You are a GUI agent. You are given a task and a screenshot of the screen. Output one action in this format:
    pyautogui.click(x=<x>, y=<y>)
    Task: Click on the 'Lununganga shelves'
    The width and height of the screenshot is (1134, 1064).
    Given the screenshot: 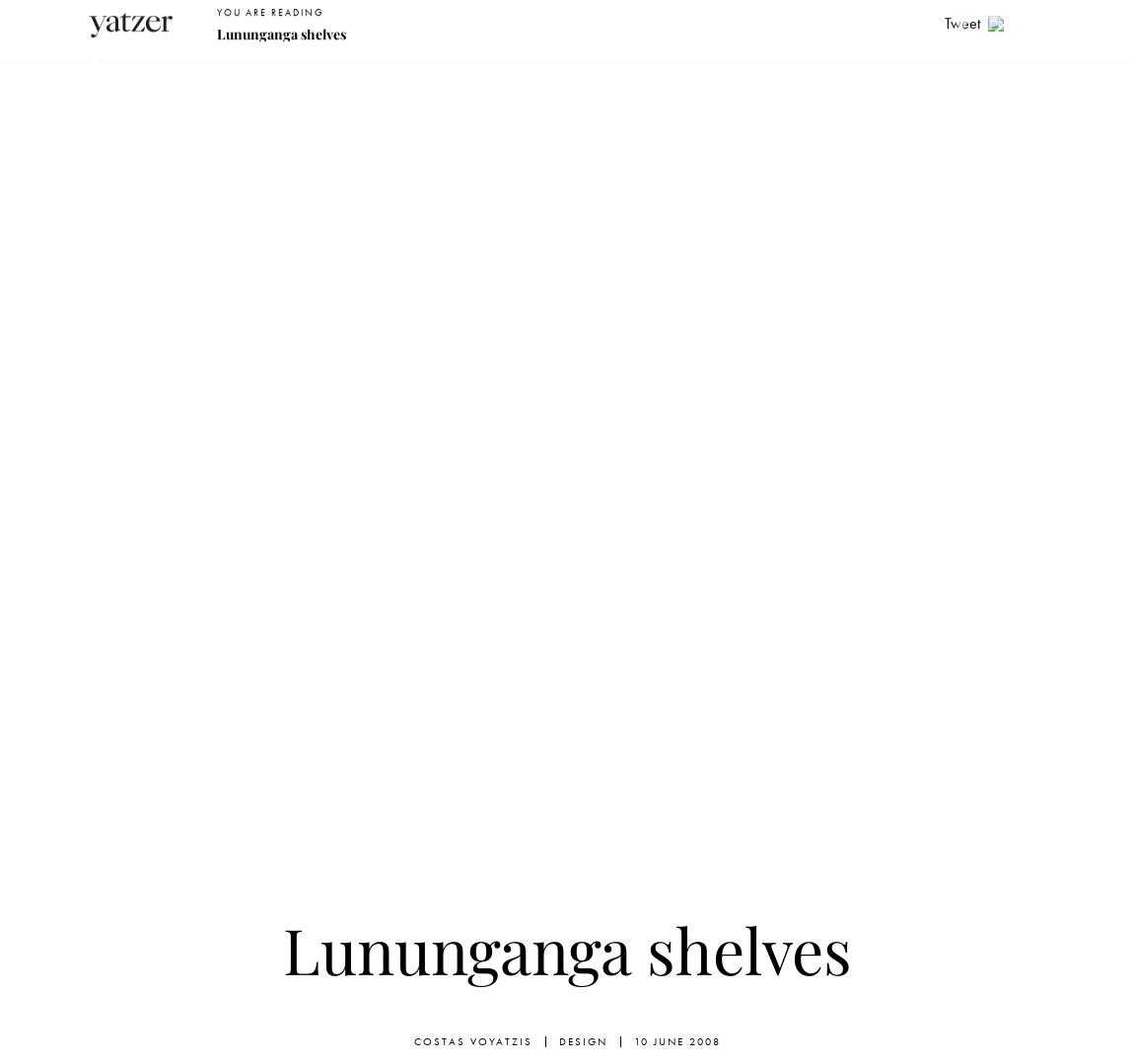 What is the action you would take?
    pyautogui.click(x=566, y=948)
    